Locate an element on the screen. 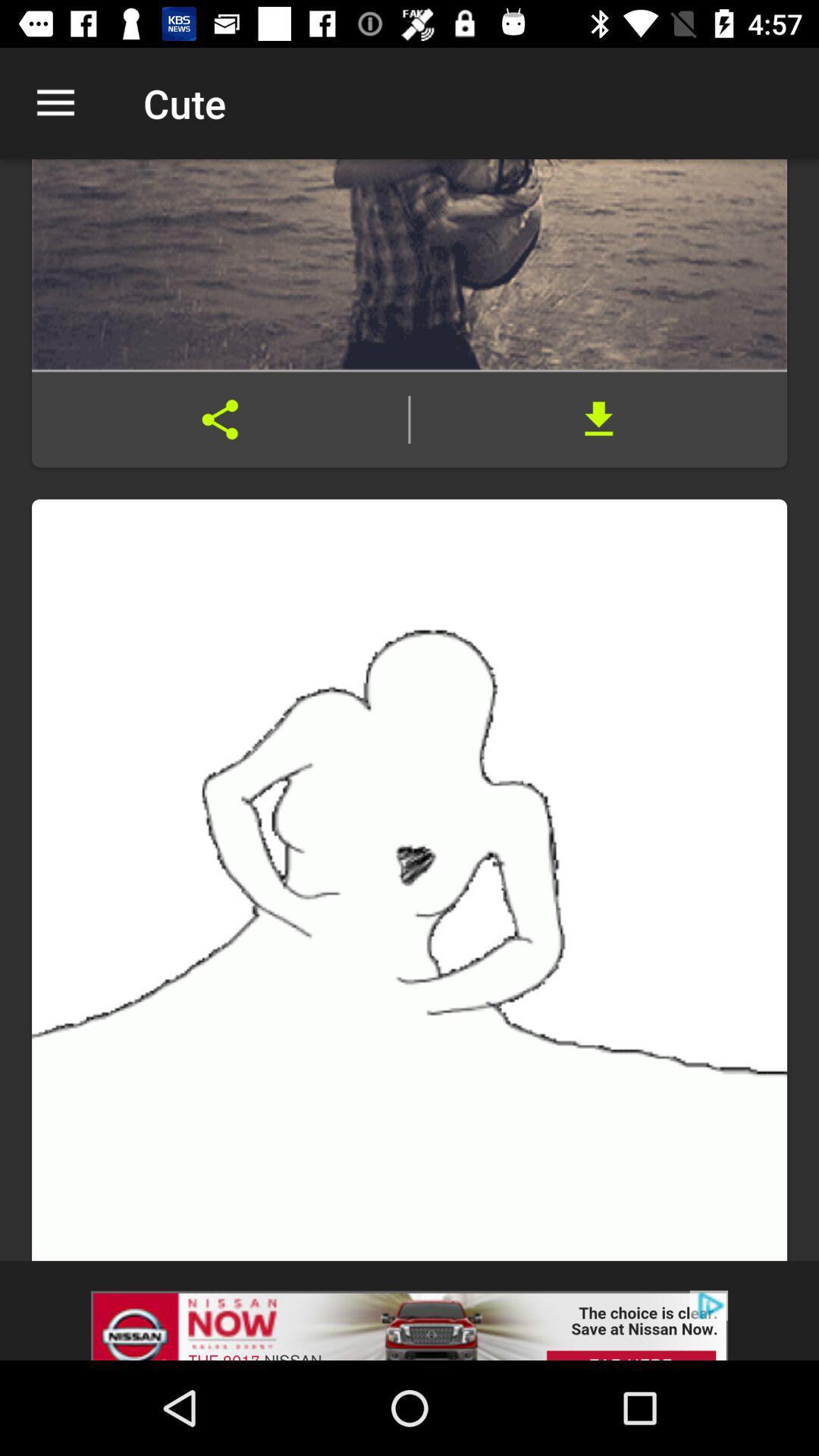 The width and height of the screenshot is (819, 1456). click share is located at coordinates (220, 419).